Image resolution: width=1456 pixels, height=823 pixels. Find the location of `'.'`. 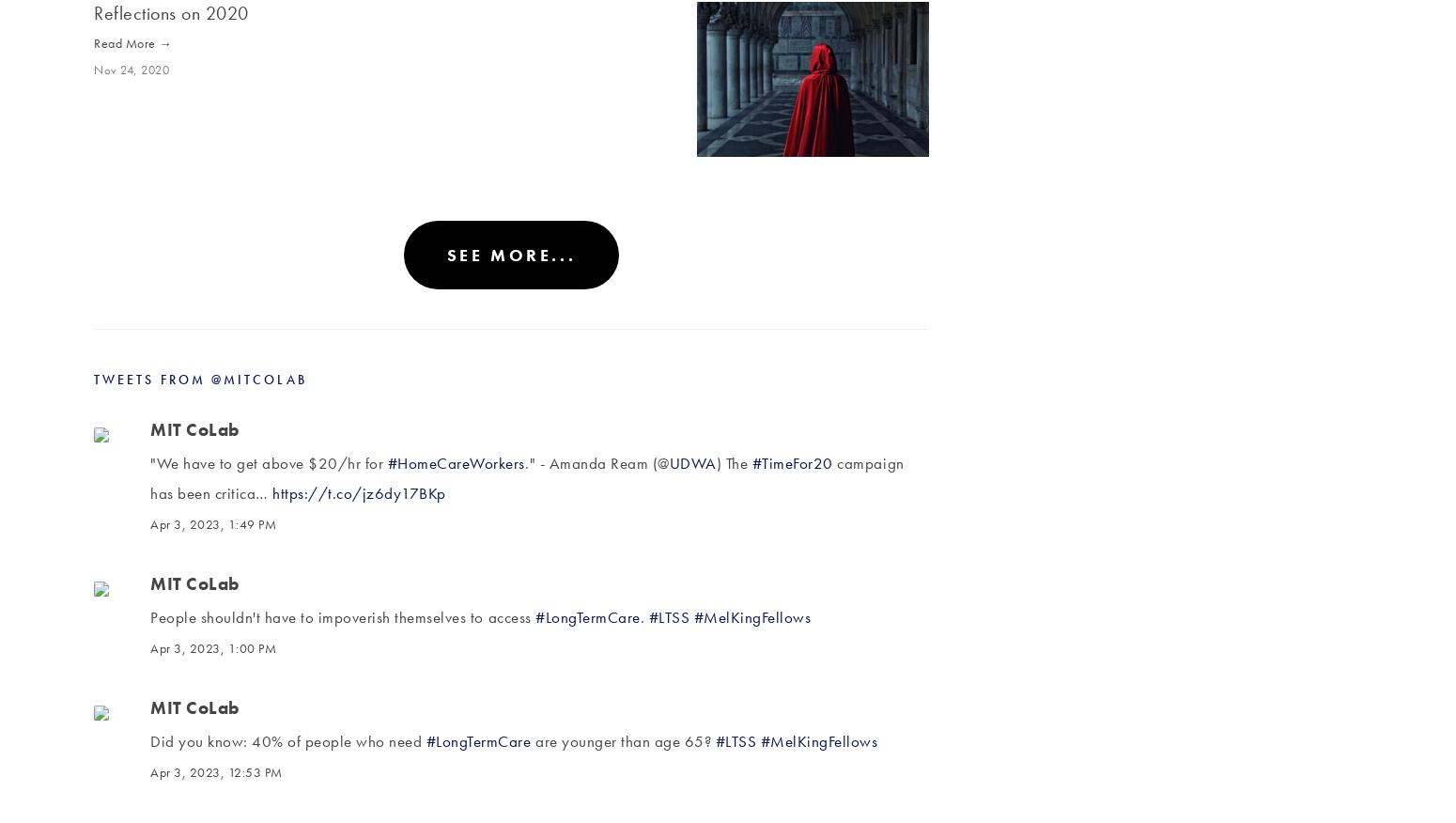

'.' is located at coordinates (643, 616).